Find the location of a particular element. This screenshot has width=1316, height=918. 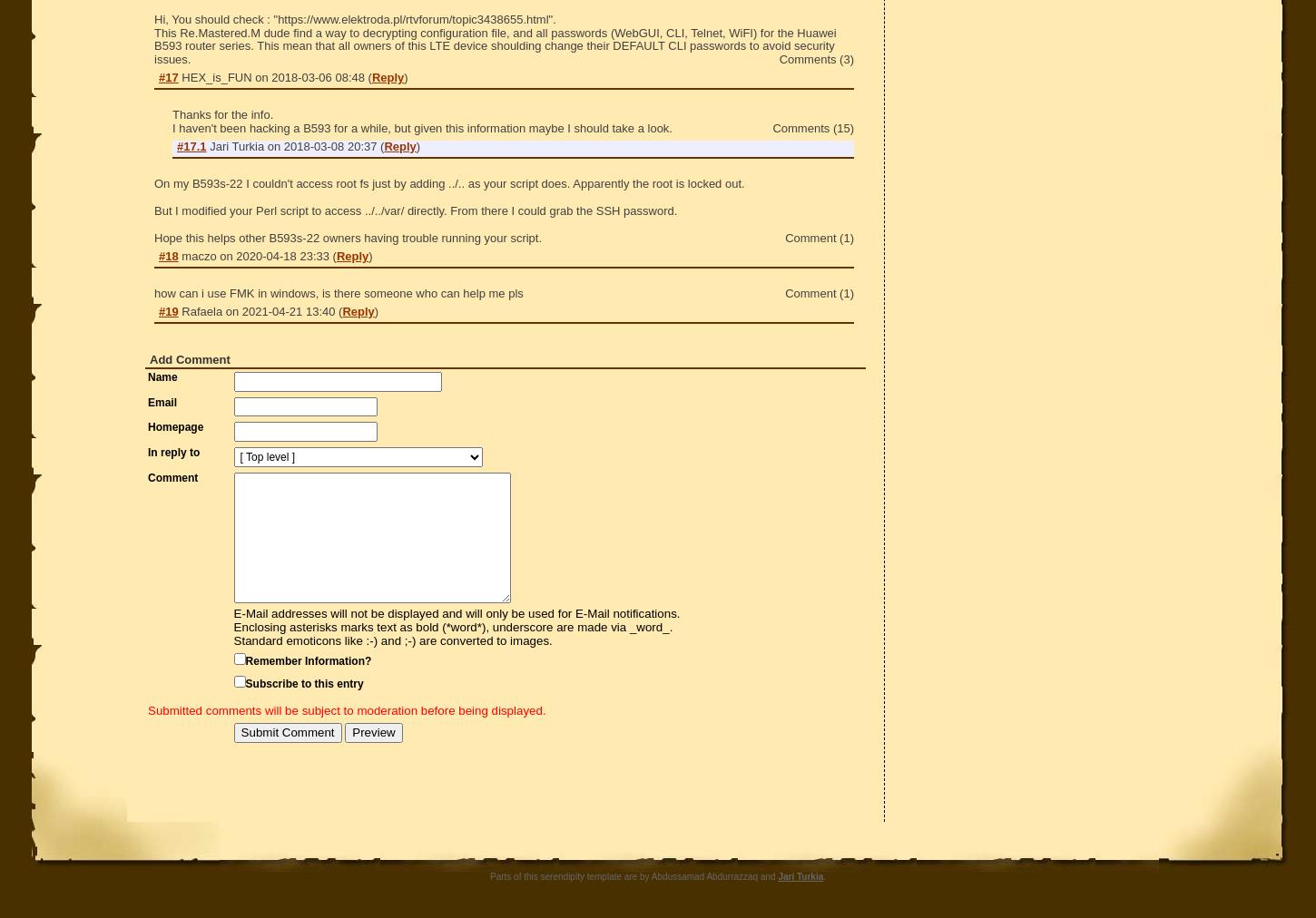

'E-Mail addresses will not be displayed and will only be used for E-Mail notifications.' is located at coordinates (457, 612).